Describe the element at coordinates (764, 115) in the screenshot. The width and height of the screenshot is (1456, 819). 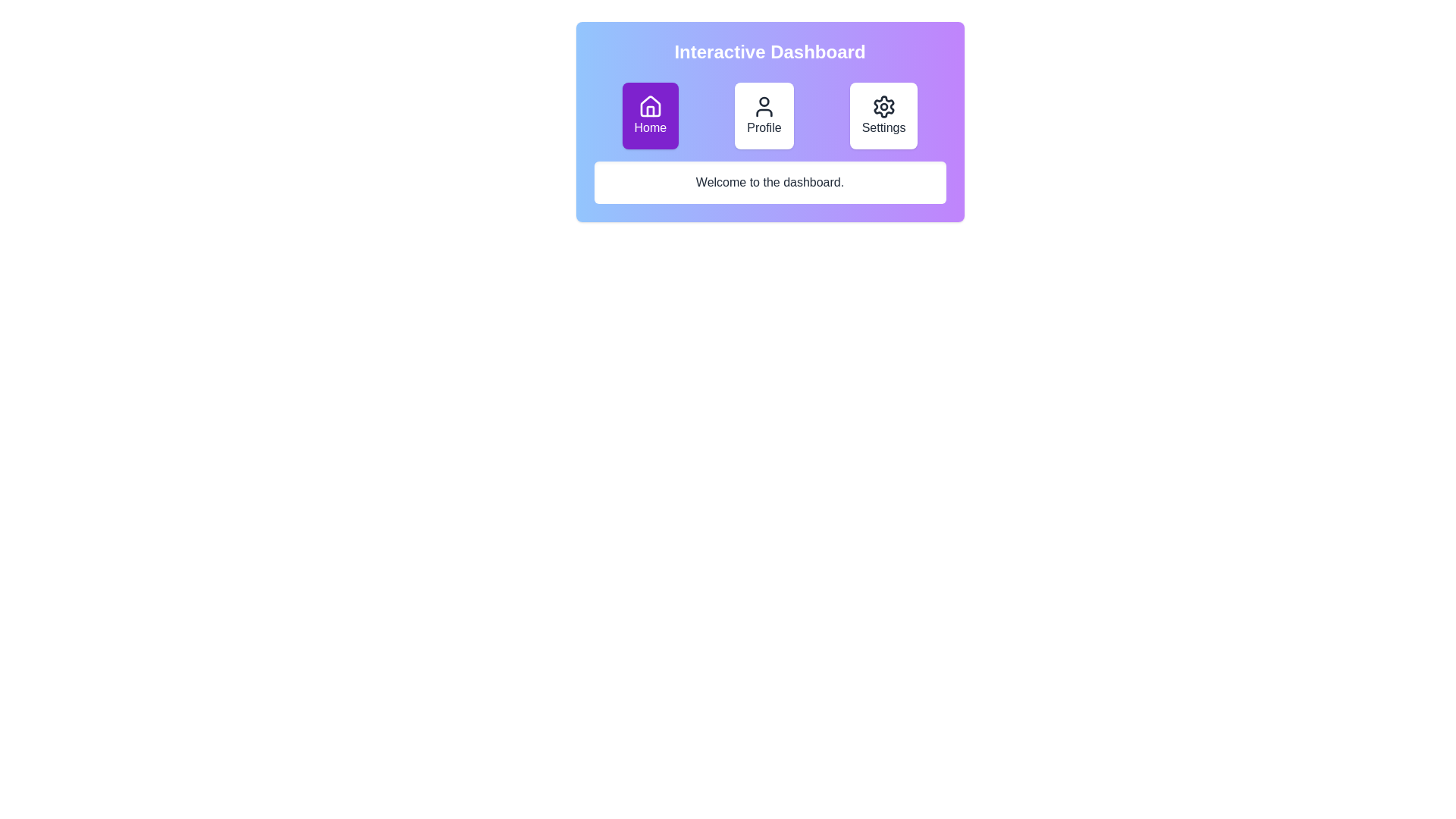
I see `the Profile button to observe its hover effect` at that location.